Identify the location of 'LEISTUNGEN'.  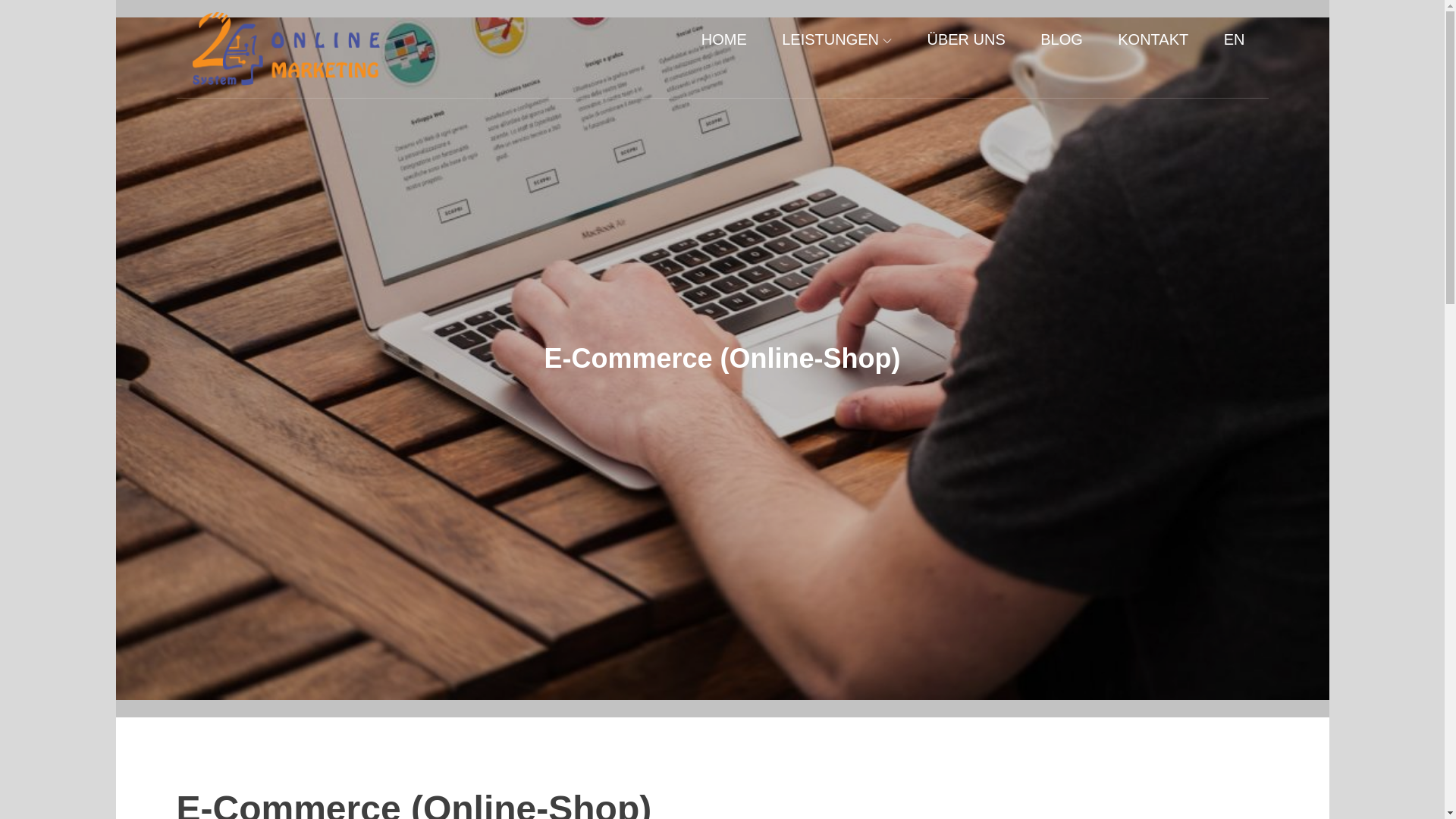
(836, 39).